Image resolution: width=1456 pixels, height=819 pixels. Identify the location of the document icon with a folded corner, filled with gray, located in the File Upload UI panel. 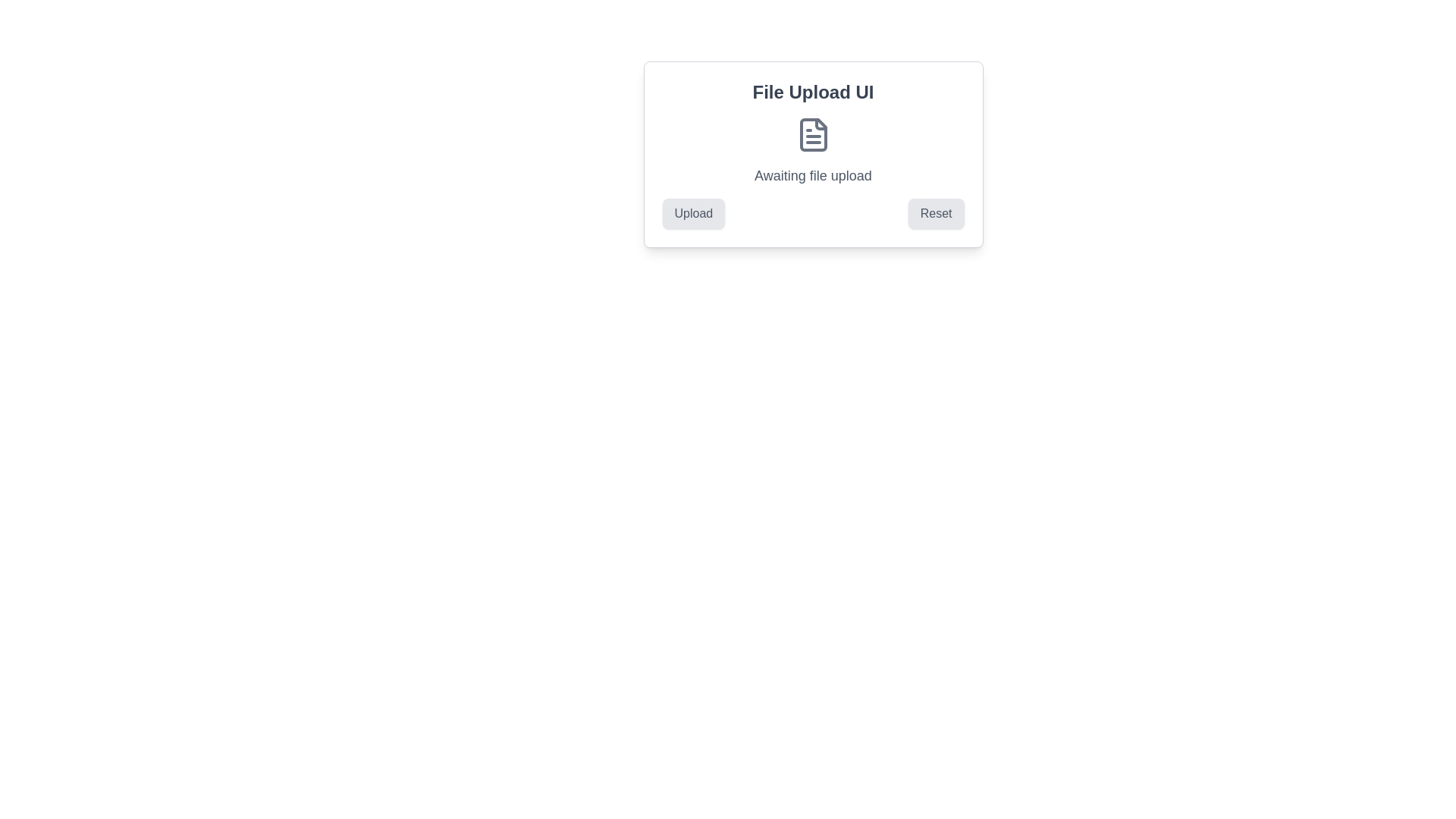
(812, 133).